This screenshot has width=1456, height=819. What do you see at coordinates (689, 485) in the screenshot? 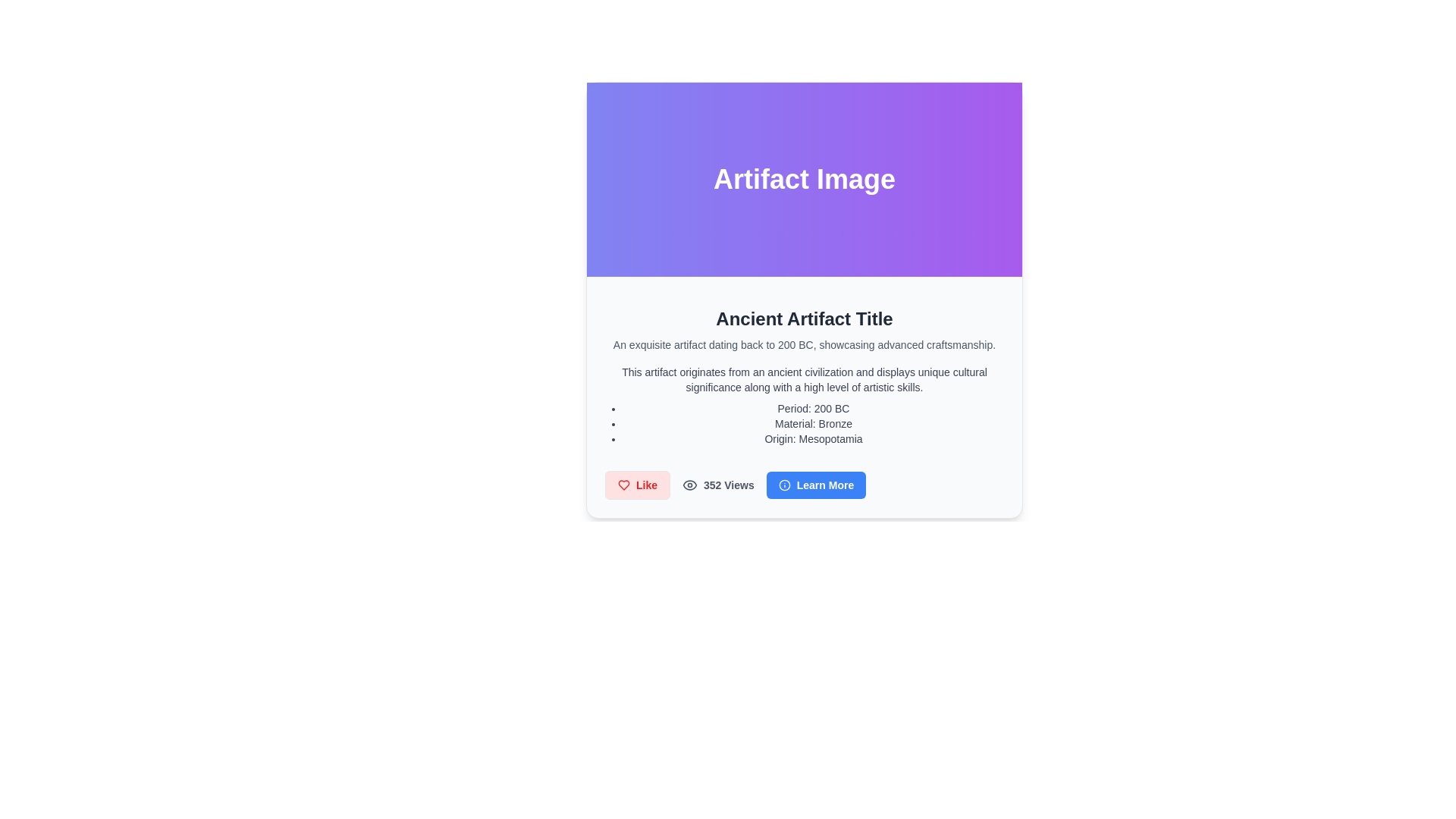
I see `the views icon located to the left of the '352 Views' text, which visually represents the concept of views associated with a post` at bounding box center [689, 485].